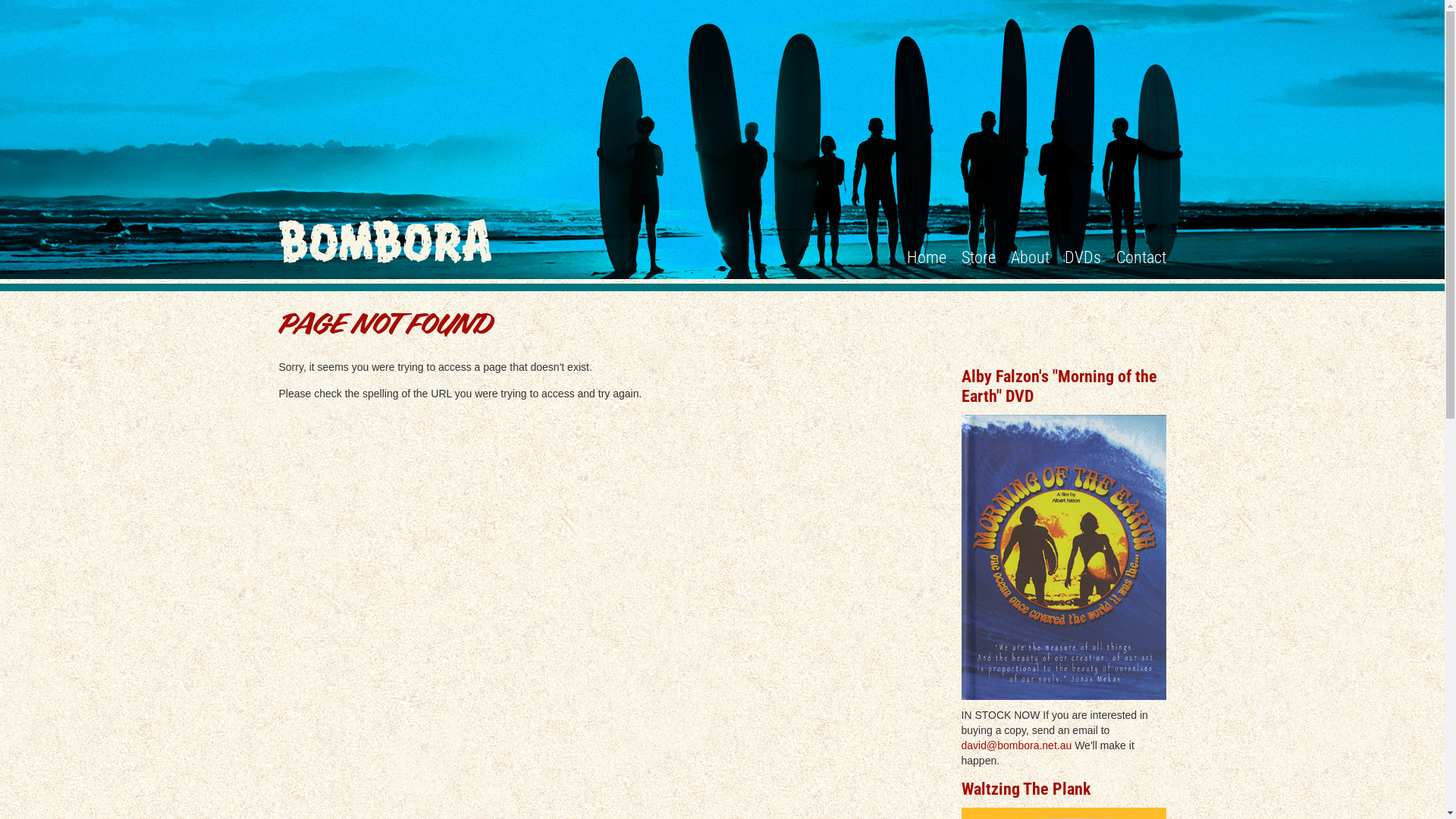  What do you see at coordinates (1141, 256) in the screenshot?
I see `'Contact'` at bounding box center [1141, 256].